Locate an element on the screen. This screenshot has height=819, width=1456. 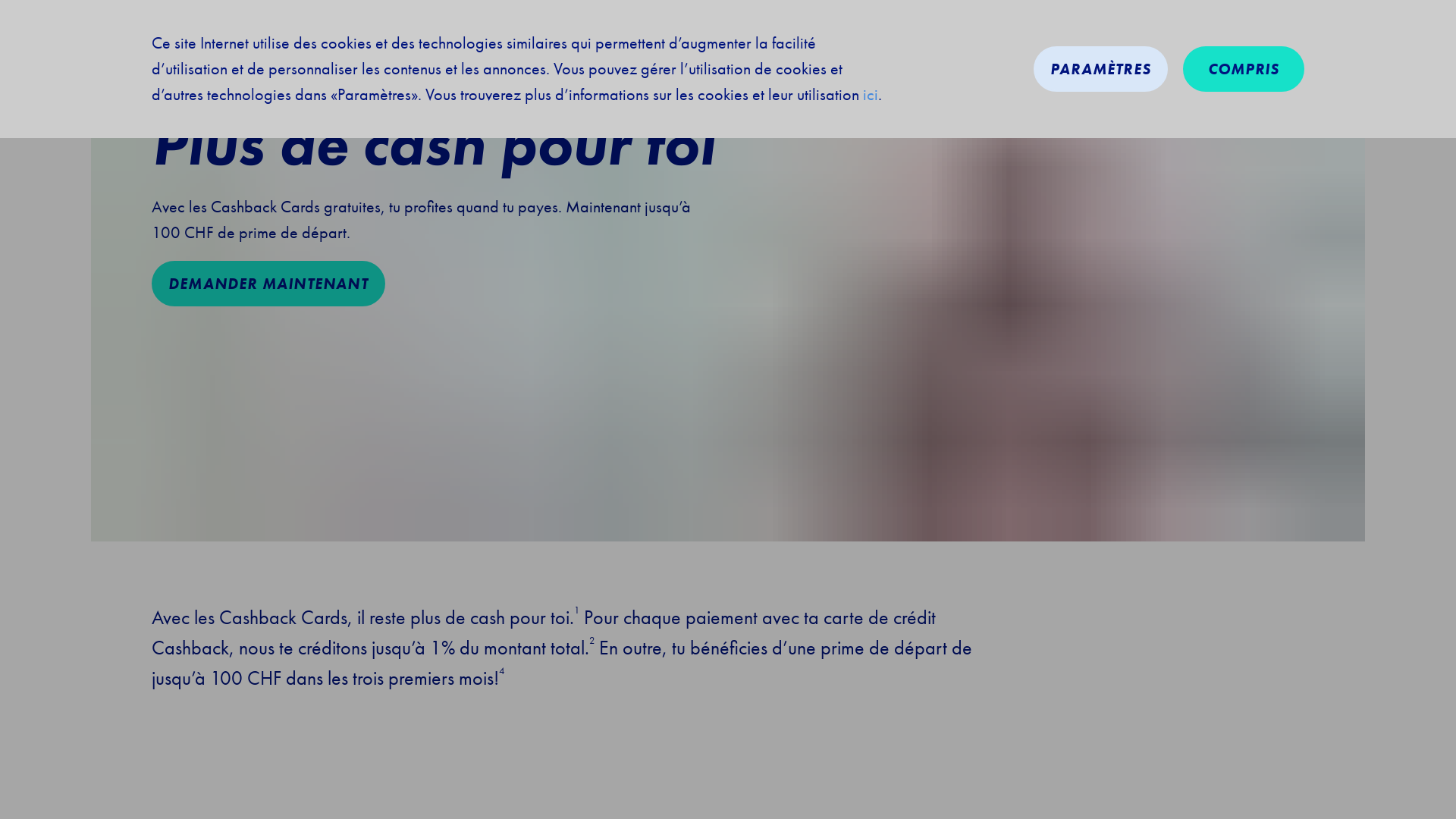
'ici' is located at coordinates (870, 94).